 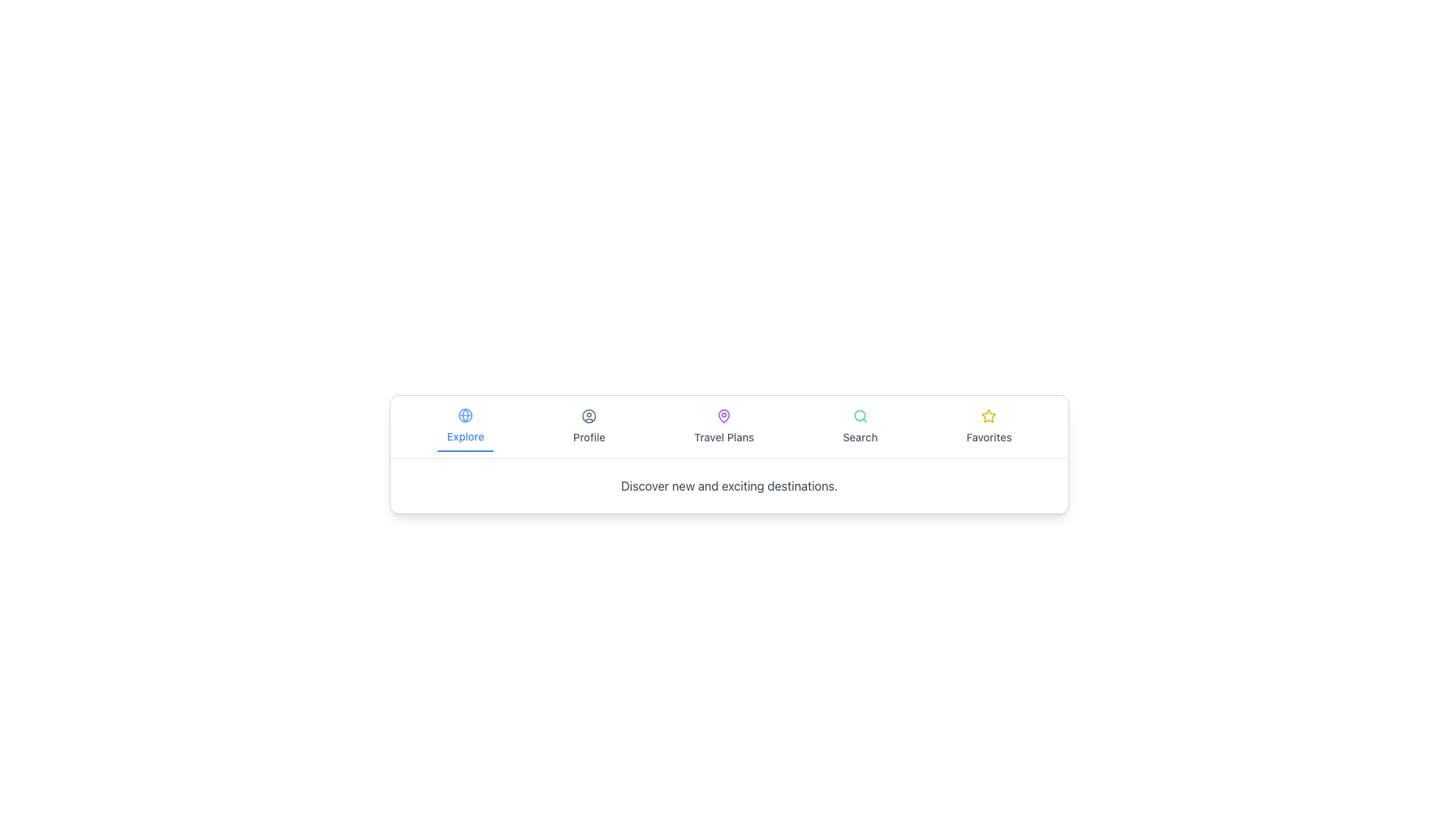 What do you see at coordinates (465, 427) in the screenshot?
I see `the 'Explore' Navigation Button` at bounding box center [465, 427].